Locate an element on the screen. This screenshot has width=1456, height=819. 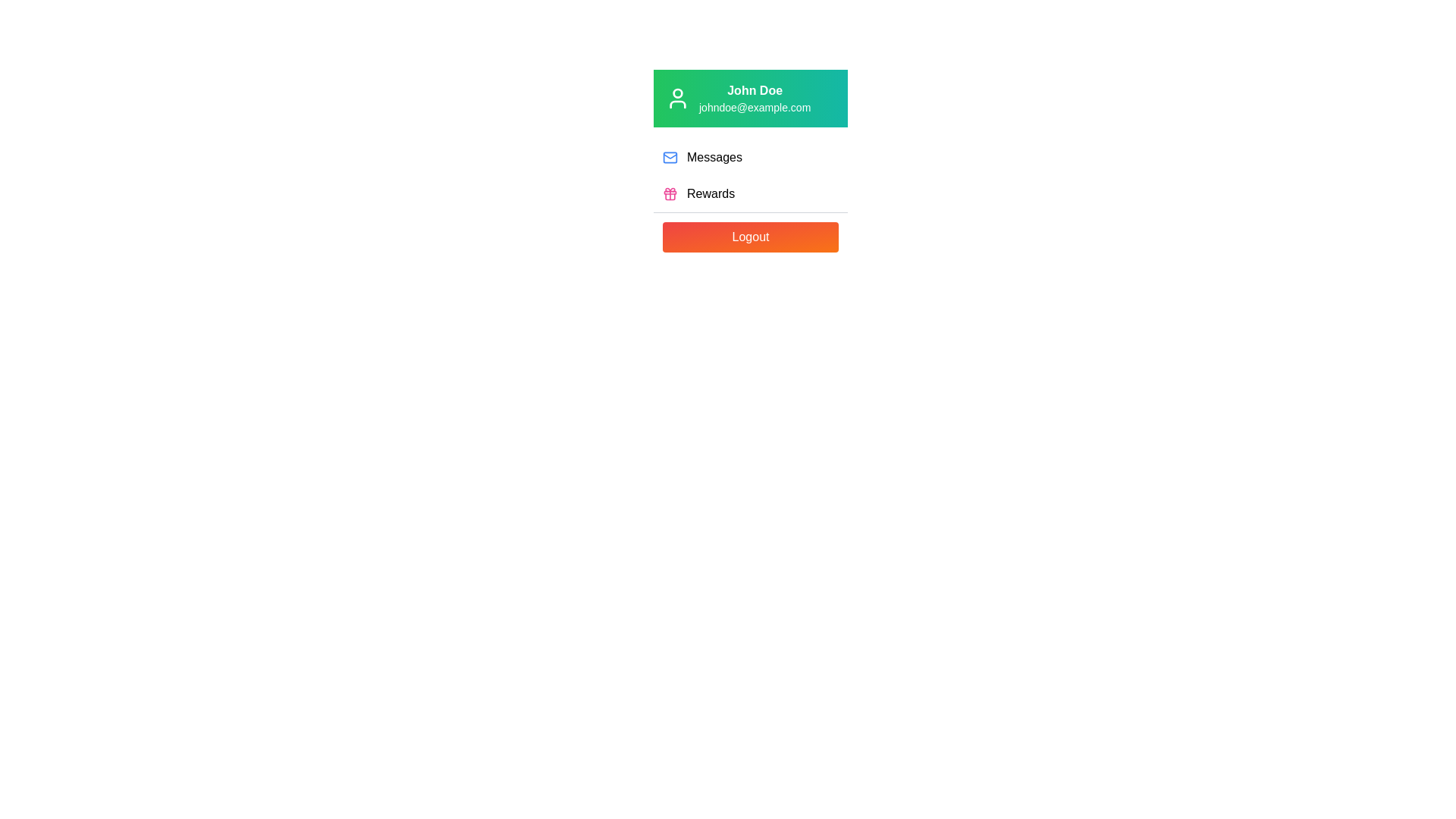
the text label displaying the user's email address, which is located below 'John Doe' in the top green area is located at coordinates (755, 107).